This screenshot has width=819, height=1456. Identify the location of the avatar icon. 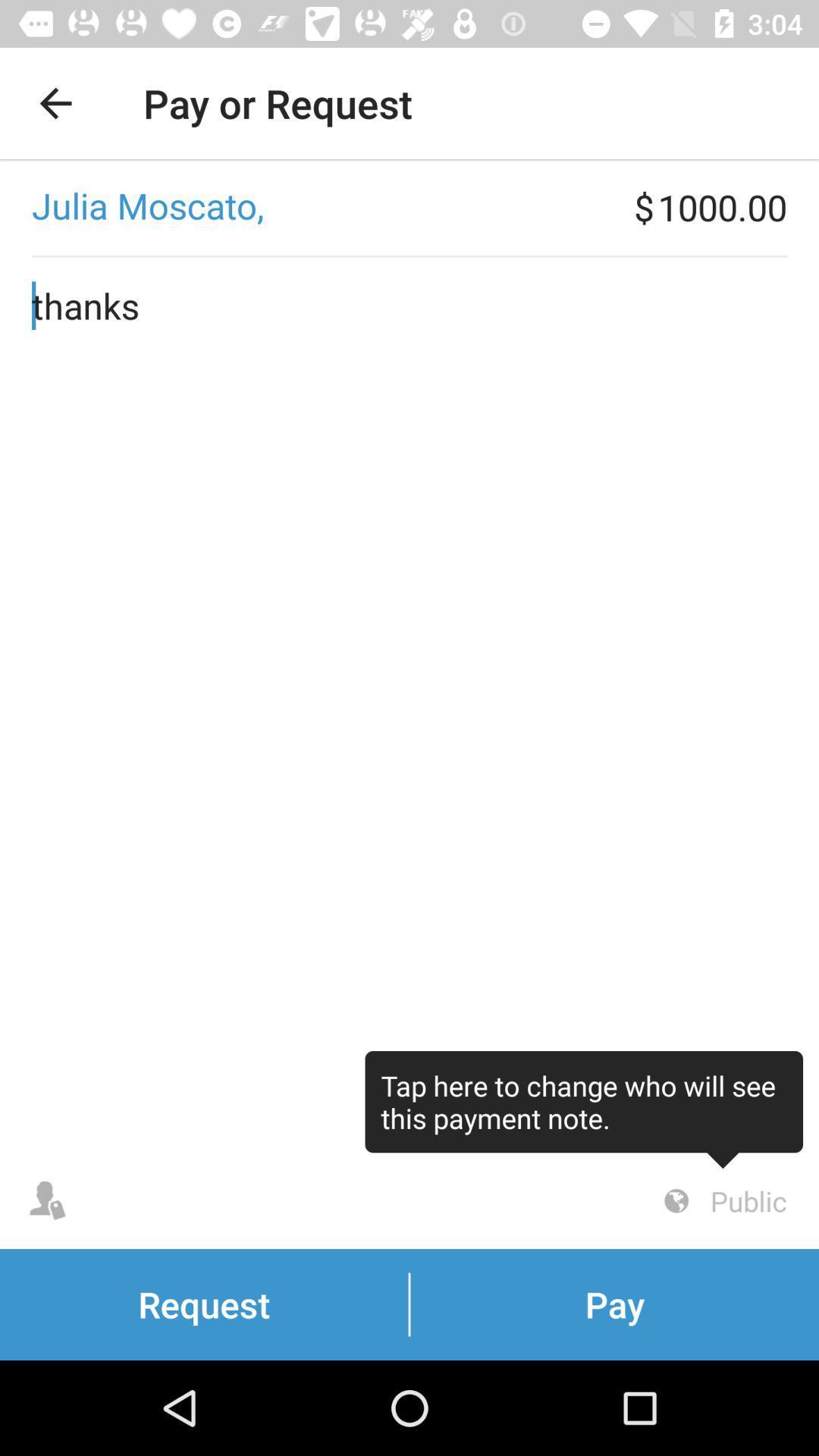
(46, 1200).